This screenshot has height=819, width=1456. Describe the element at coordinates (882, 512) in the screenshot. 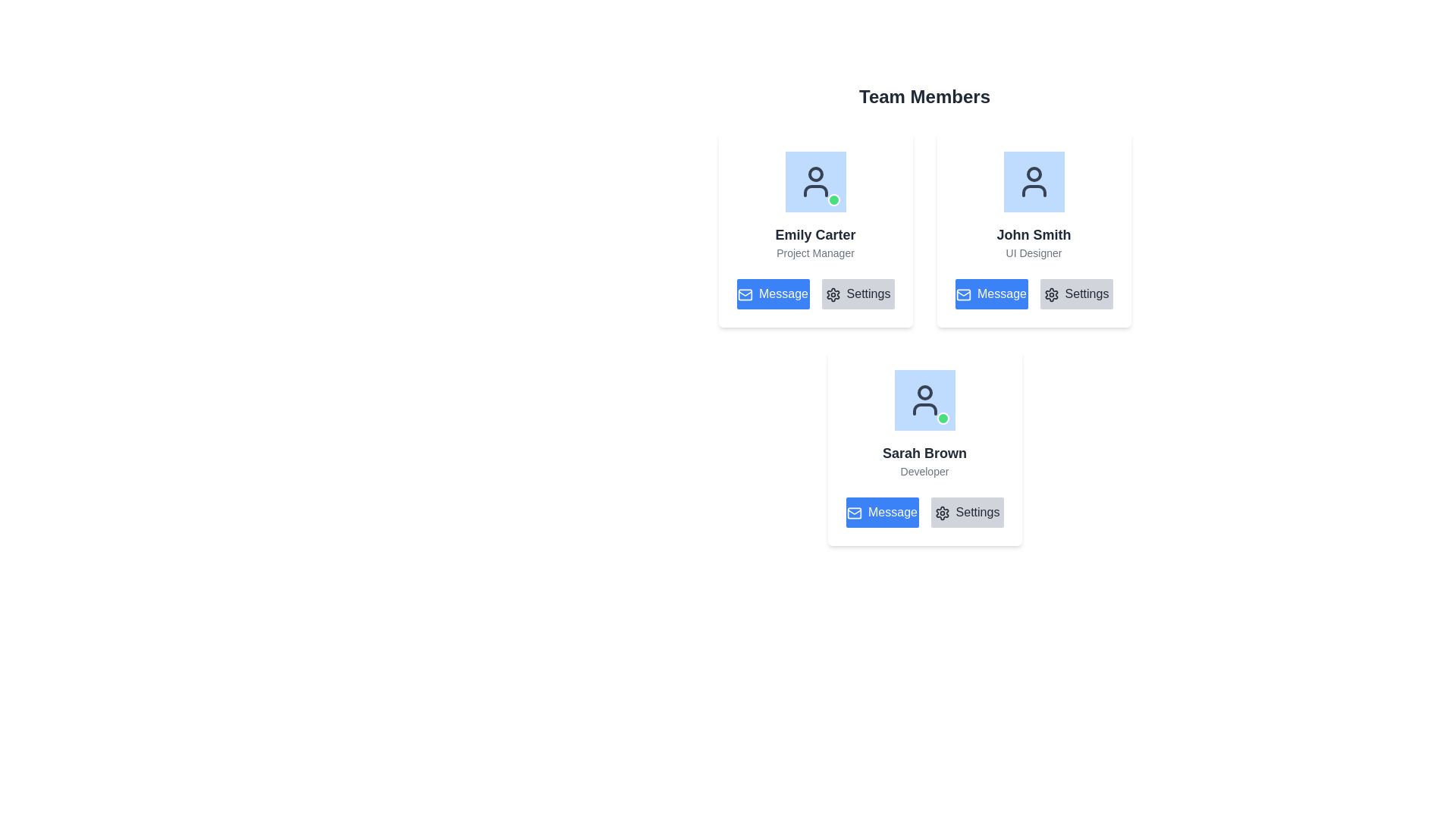

I see `the first button in the horizontal button group below the 'Sarah Brown, Developer' card in the 'Team Members' section` at that location.